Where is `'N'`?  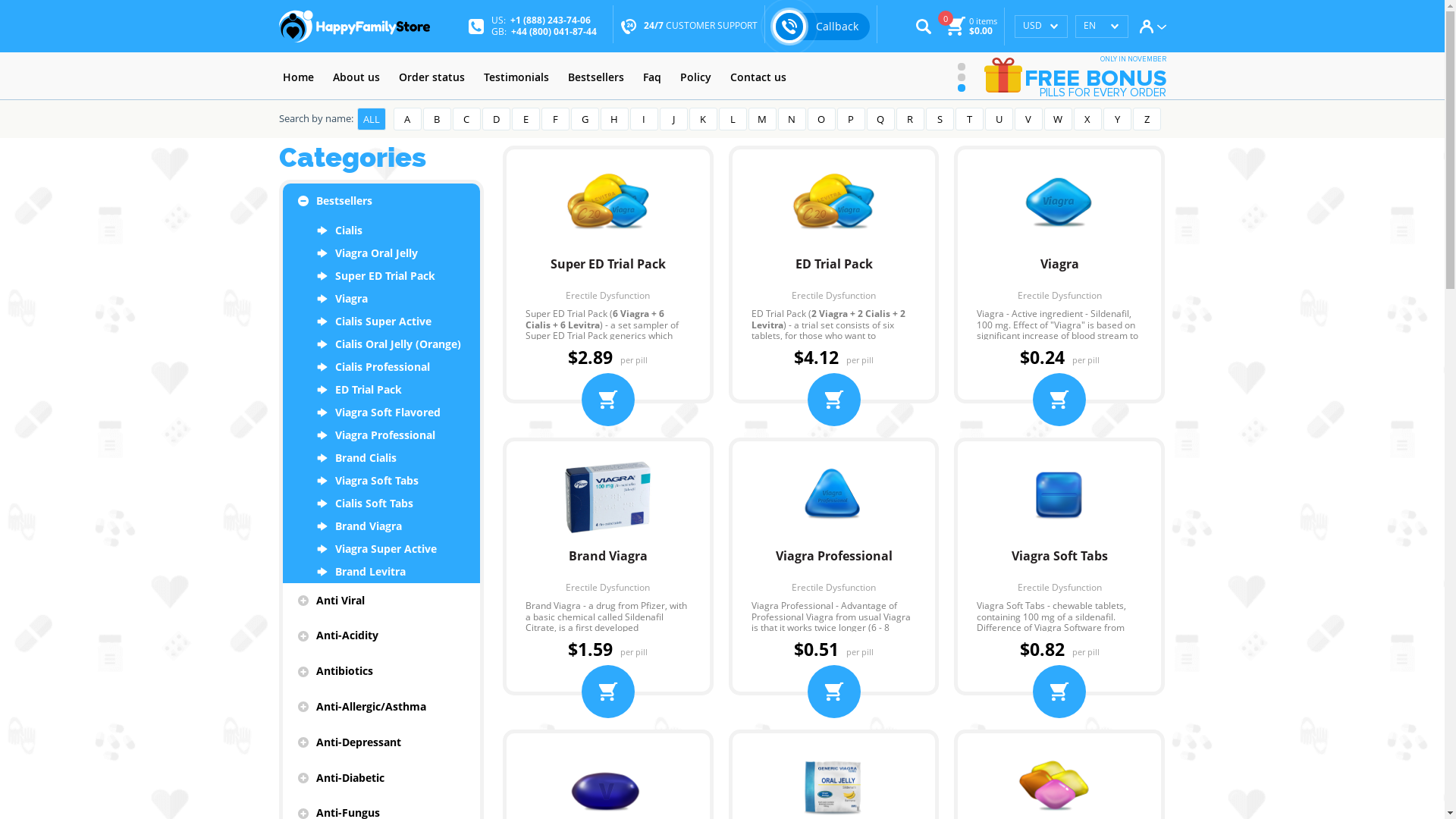 'N' is located at coordinates (791, 118).